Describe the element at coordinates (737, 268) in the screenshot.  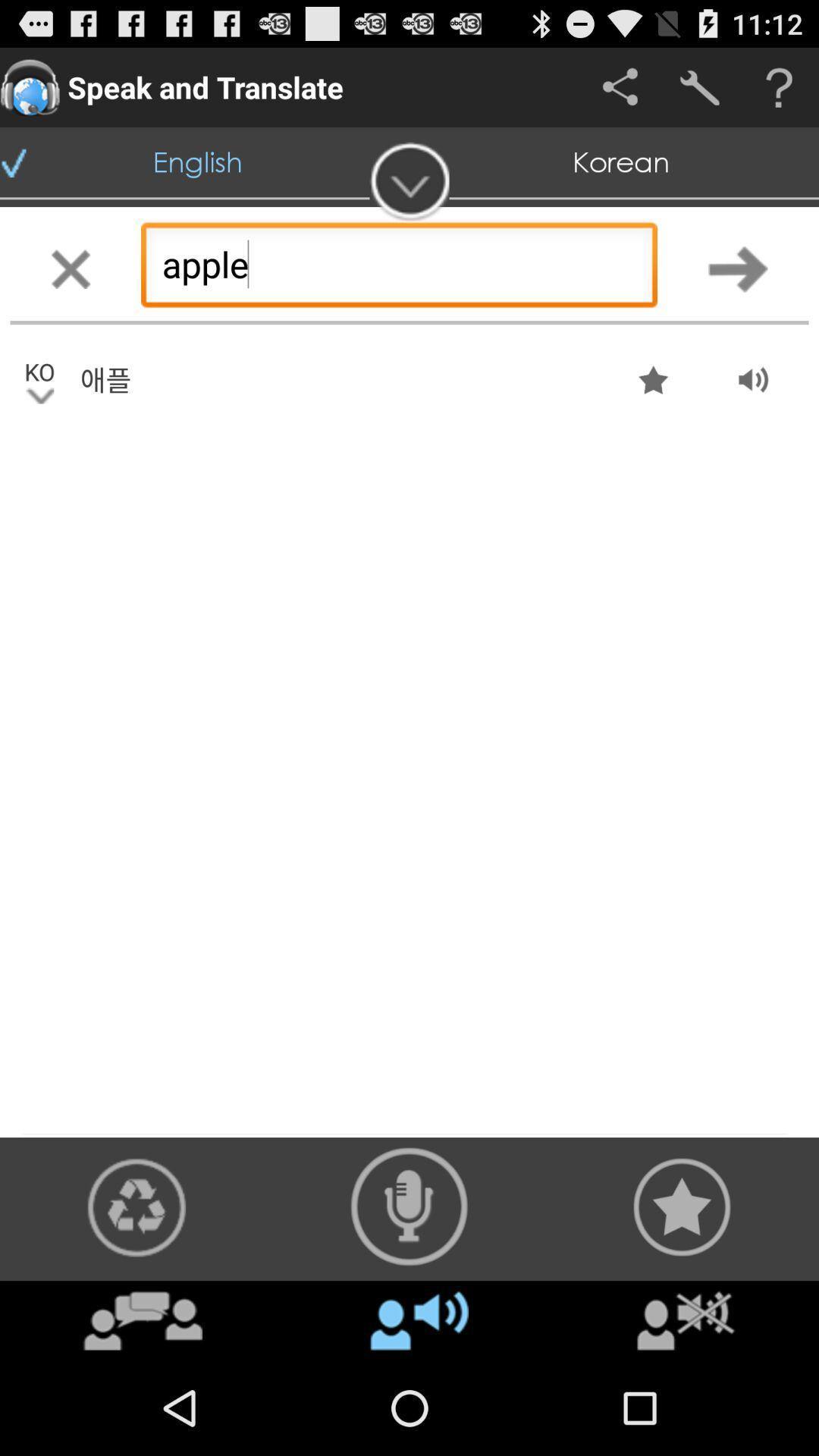
I see `input search` at that location.